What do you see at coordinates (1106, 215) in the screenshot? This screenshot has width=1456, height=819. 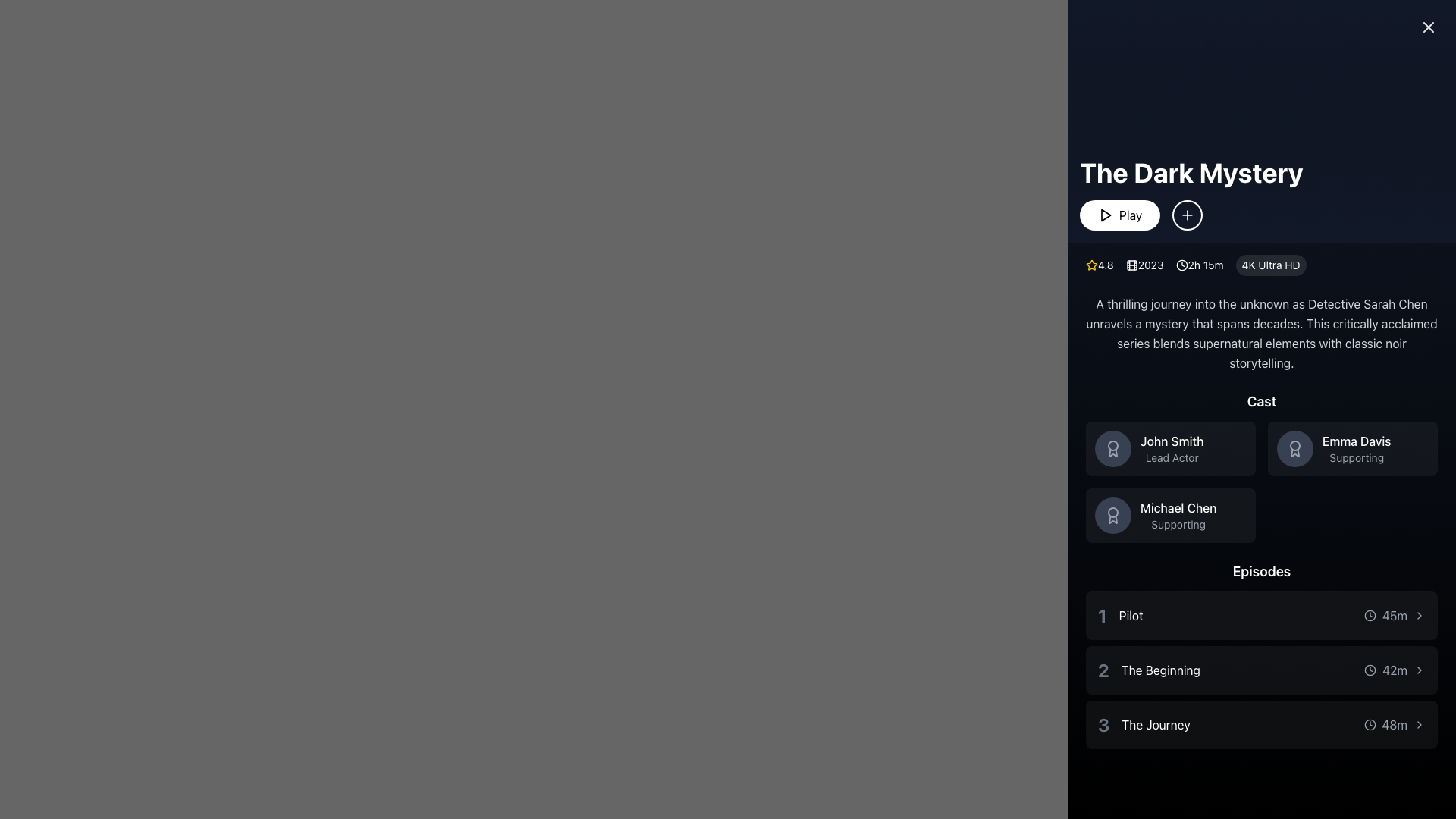 I see `the 'Play' button to initiate playback for 'The Dark Mystery' content` at bounding box center [1106, 215].